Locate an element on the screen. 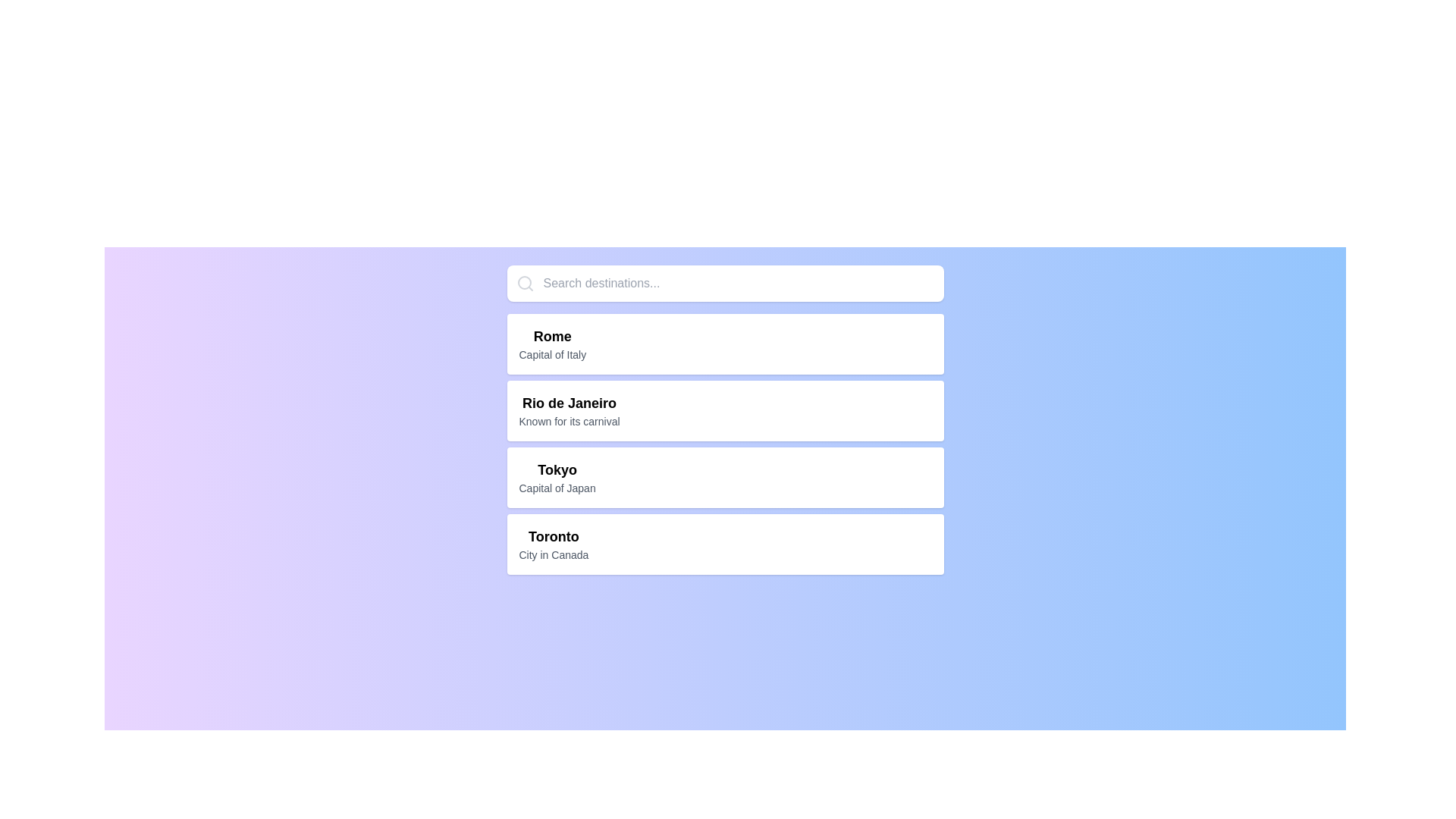 This screenshot has width=1456, height=819. the SVG circle that is part of the magnifying glass icon located near the upper left edge of the search bar, slightly to the left of the placeholder text 'Search destinations...' is located at coordinates (524, 283).